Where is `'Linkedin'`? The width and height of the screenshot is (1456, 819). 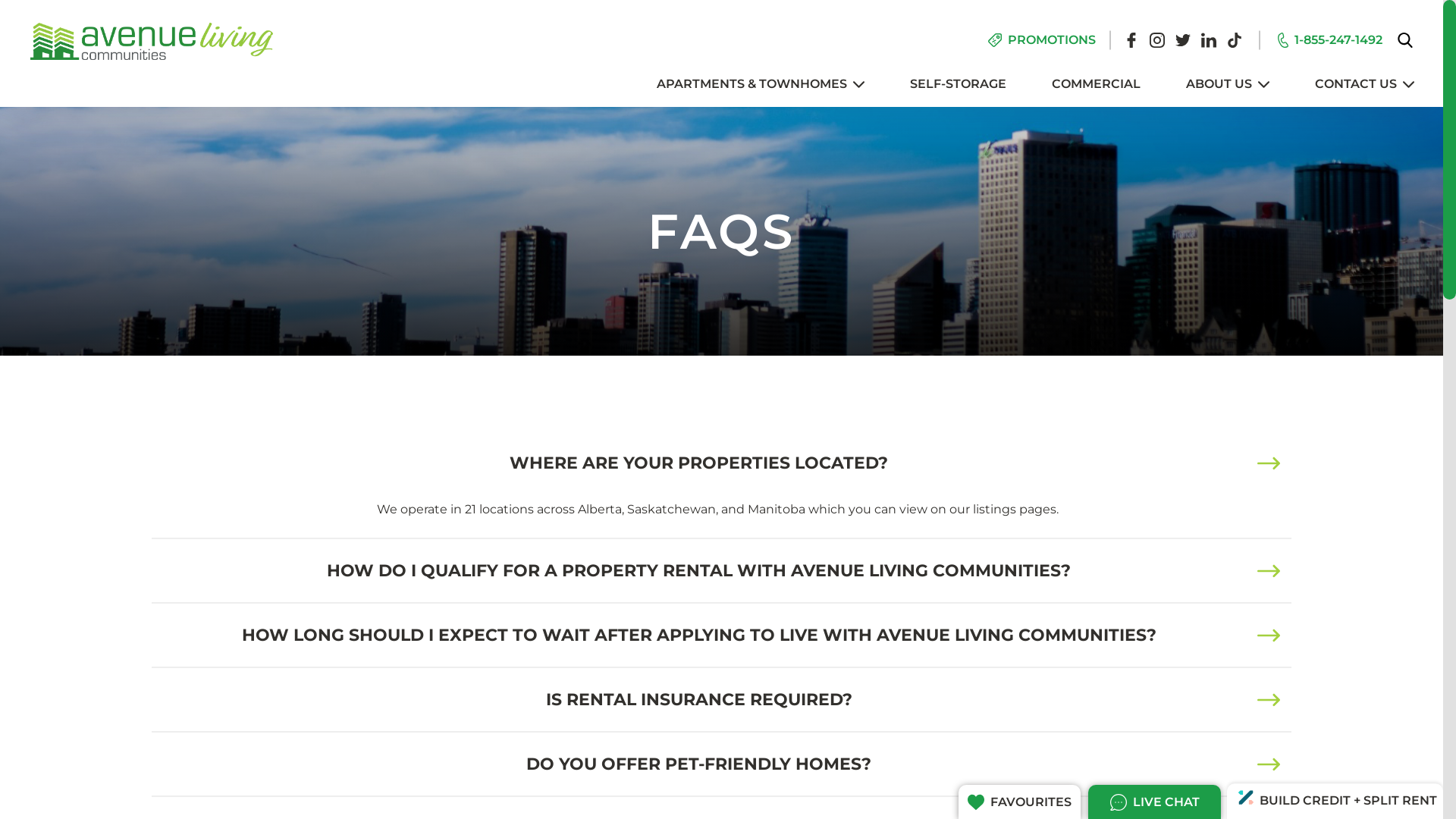
'Linkedin' is located at coordinates (1207, 39).